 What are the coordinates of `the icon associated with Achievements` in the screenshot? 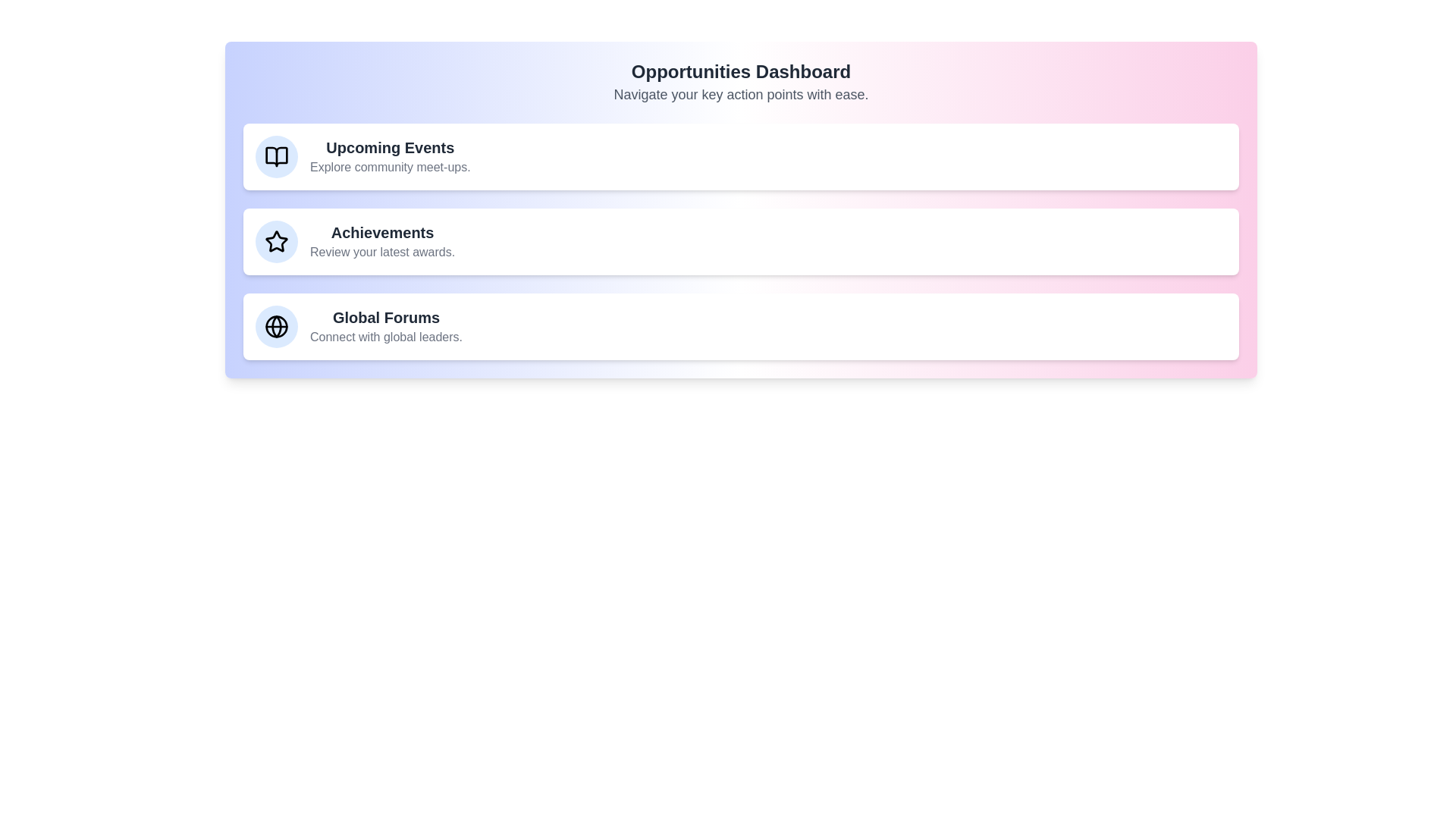 It's located at (276, 241).